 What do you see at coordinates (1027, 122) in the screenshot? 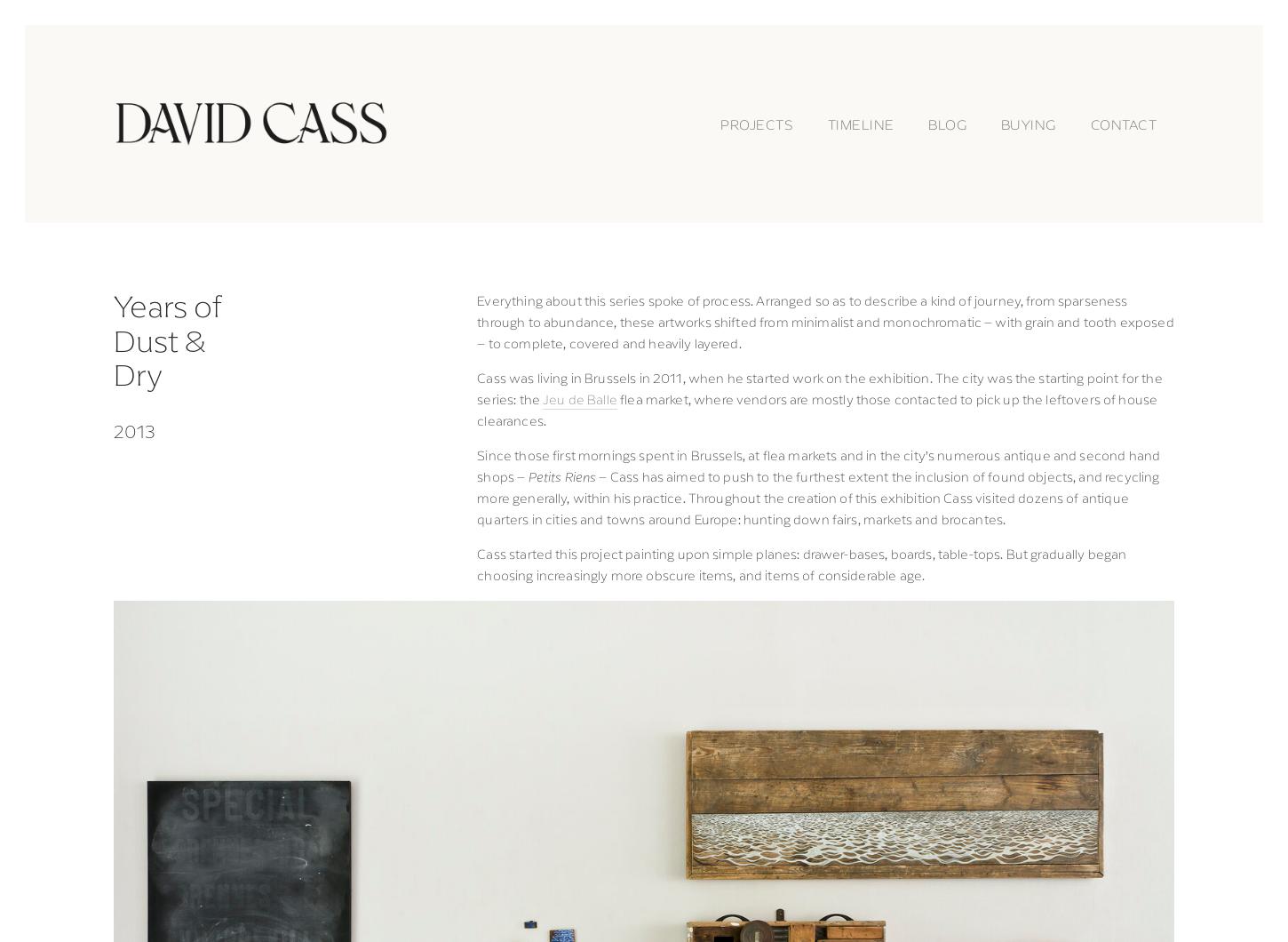
I see `'Buying'` at bounding box center [1027, 122].